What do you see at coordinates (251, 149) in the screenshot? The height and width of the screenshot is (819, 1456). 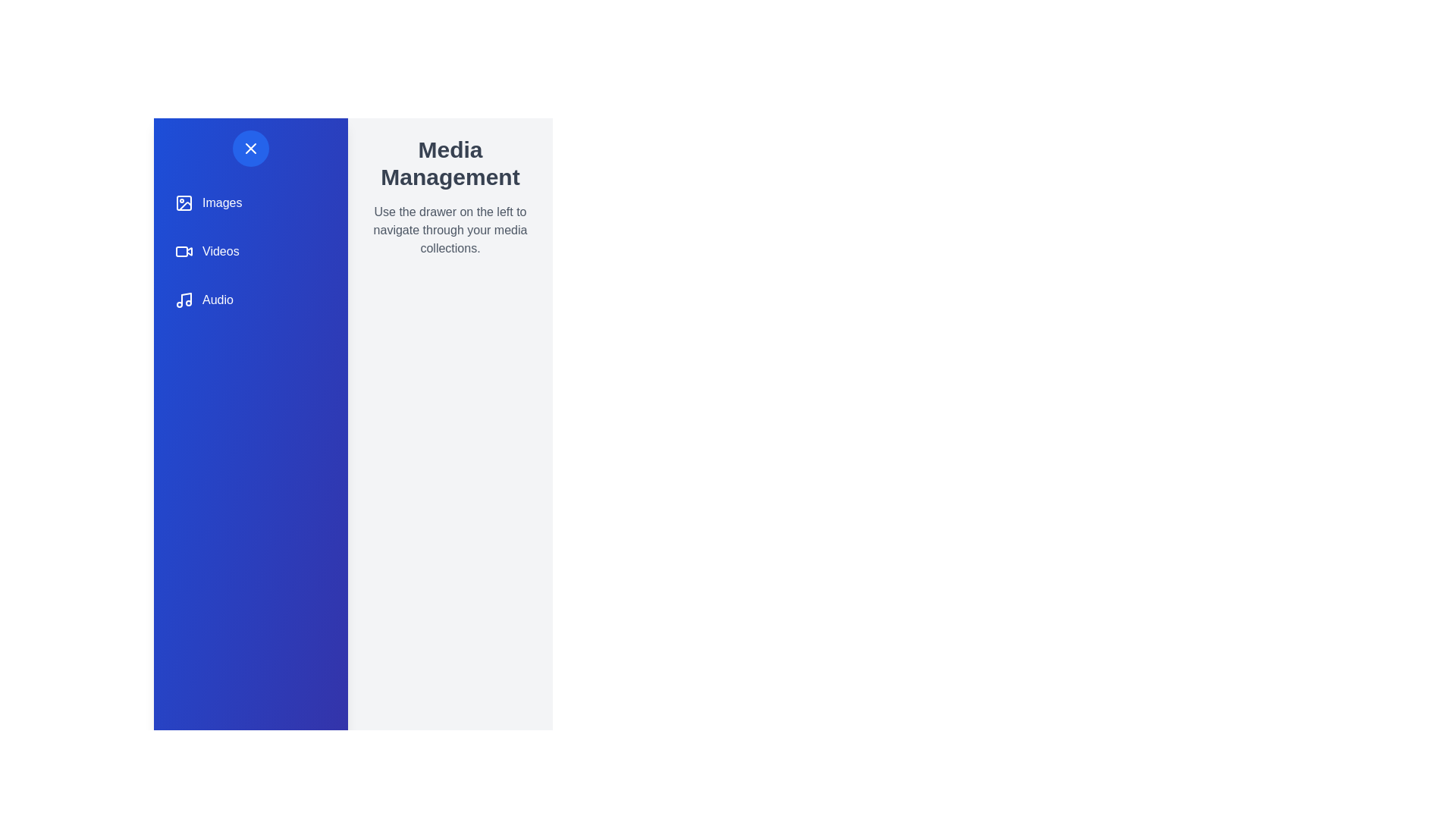 I see `the close icon located at the top of the vertical sidebar menu` at bounding box center [251, 149].